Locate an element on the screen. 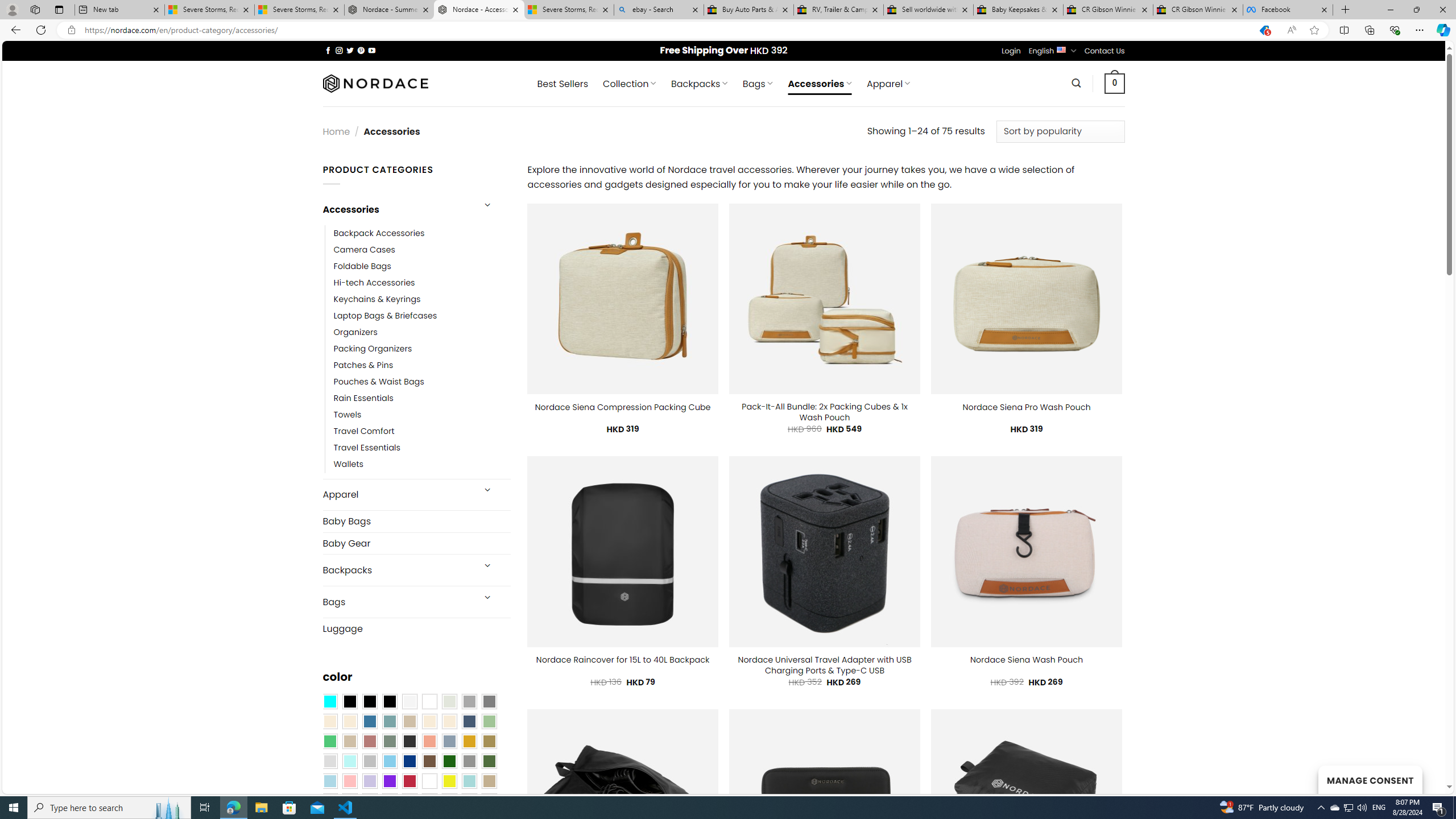 This screenshot has width=1456, height=819. 'Rain Essentials' is located at coordinates (421, 398).